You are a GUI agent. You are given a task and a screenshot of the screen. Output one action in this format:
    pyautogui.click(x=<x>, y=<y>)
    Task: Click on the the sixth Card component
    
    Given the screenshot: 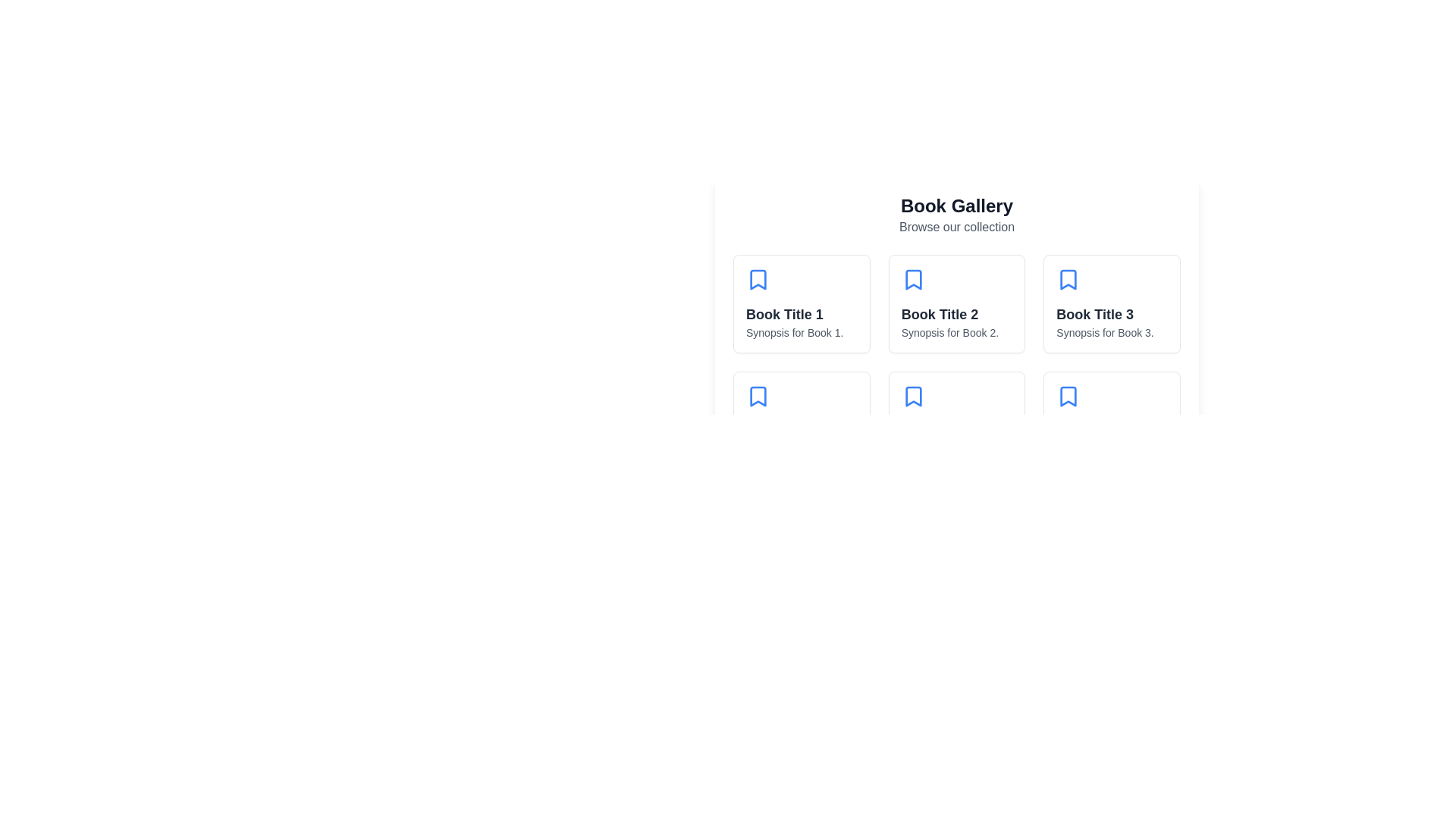 What is the action you would take?
    pyautogui.click(x=1112, y=421)
    